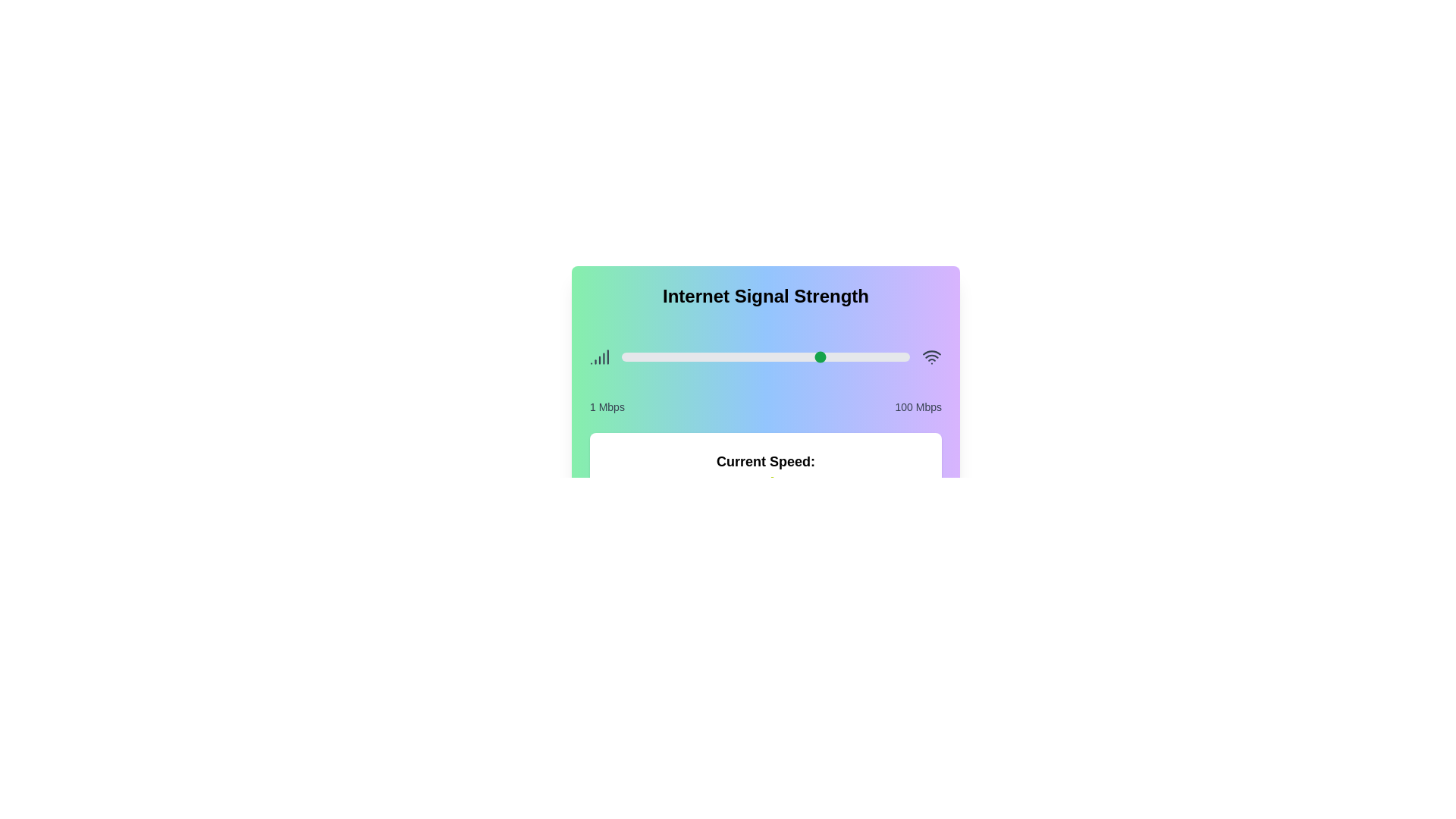  What do you see at coordinates (730, 356) in the screenshot?
I see `the slider to set the signal strength to 38 Mbps` at bounding box center [730, 356].